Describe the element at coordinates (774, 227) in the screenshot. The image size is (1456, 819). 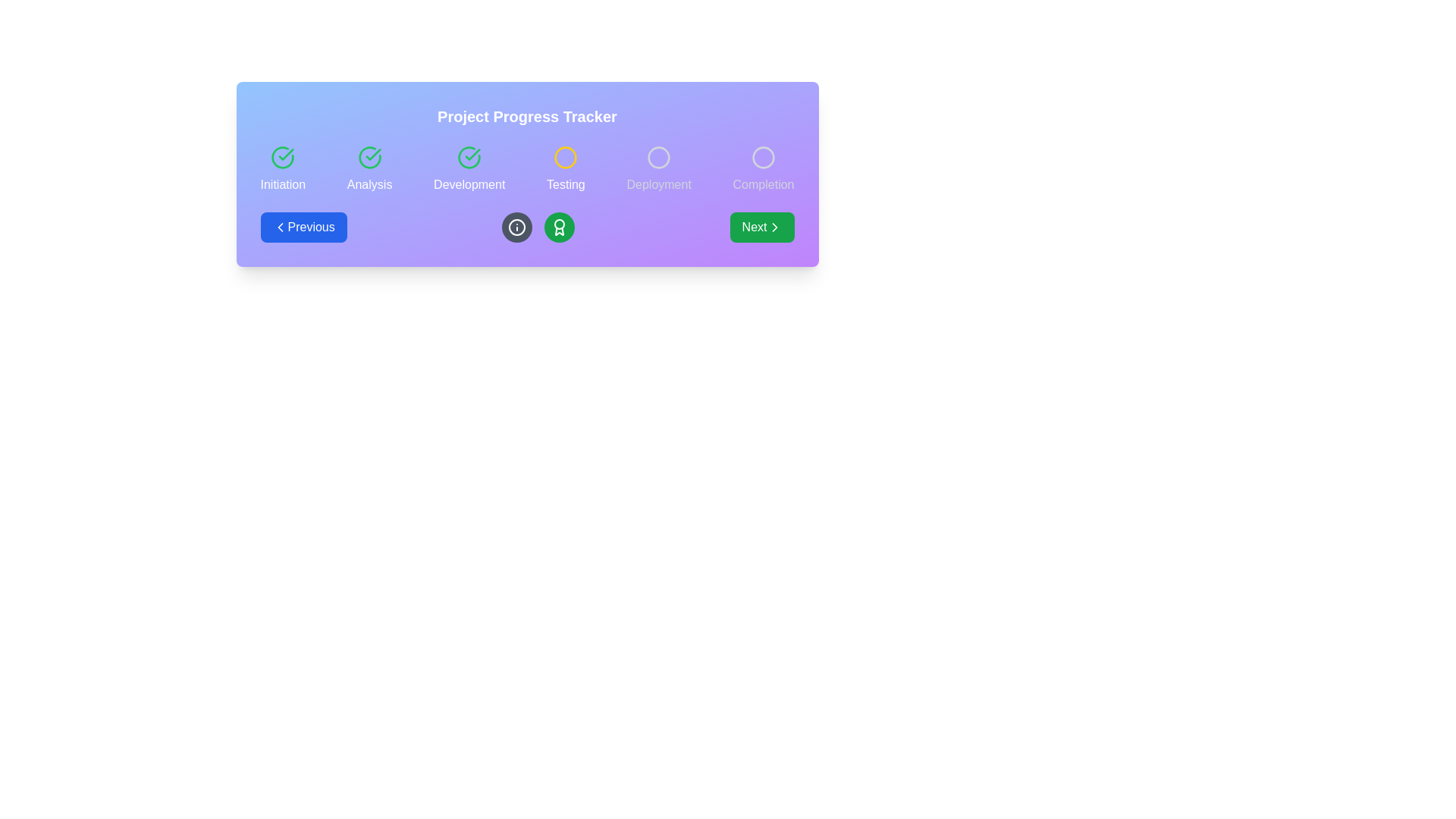
I see `the visual style of the chevron icon embedded within the 'Next' button located at the bottom-right corner of the interface` at that location.